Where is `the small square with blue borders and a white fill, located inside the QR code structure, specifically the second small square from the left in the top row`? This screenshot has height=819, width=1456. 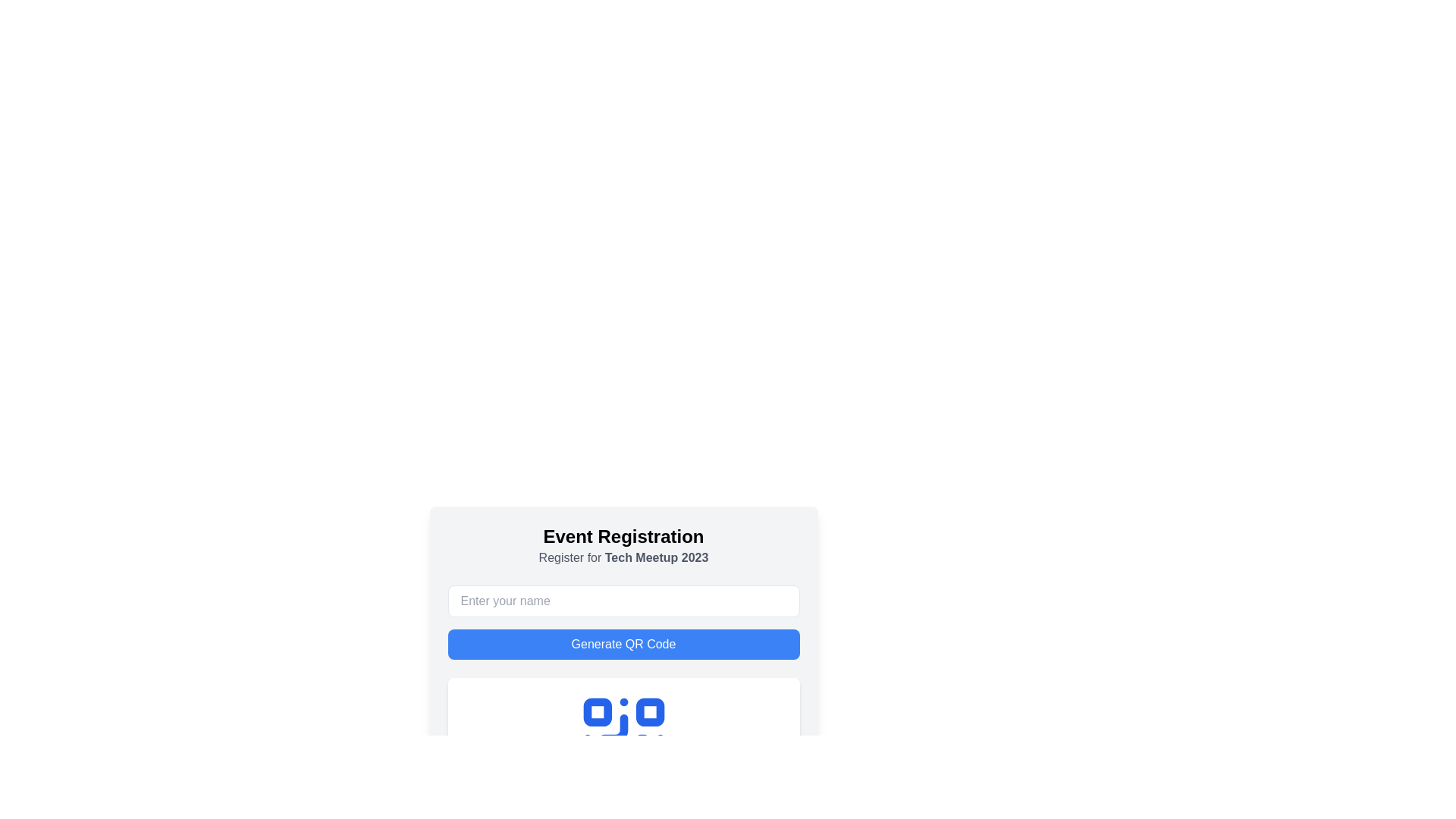 the small square with blue borders and a white fill, located inside the QR code structure, specifically the second small square from the left in the top row is located at coordinates (650, 712).